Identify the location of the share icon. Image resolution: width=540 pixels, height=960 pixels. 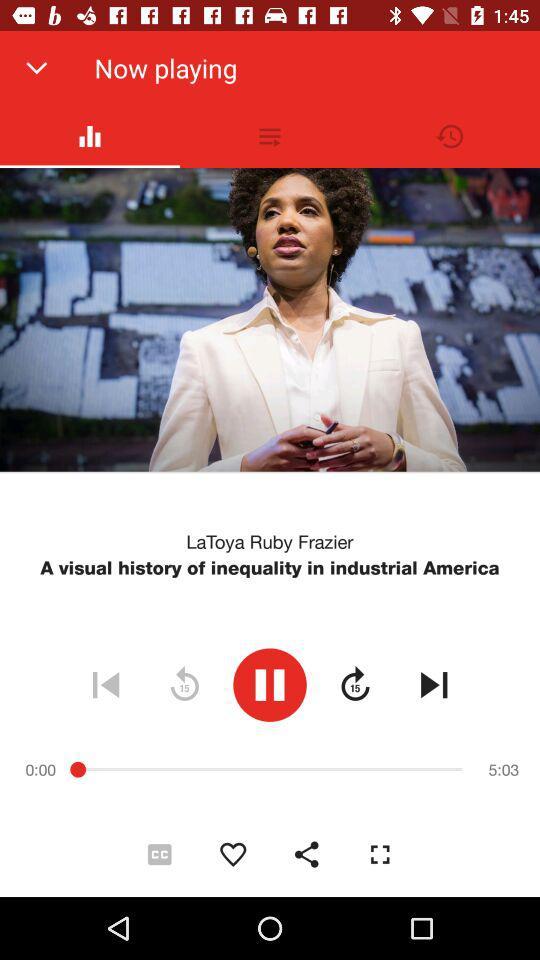
(306, 853).